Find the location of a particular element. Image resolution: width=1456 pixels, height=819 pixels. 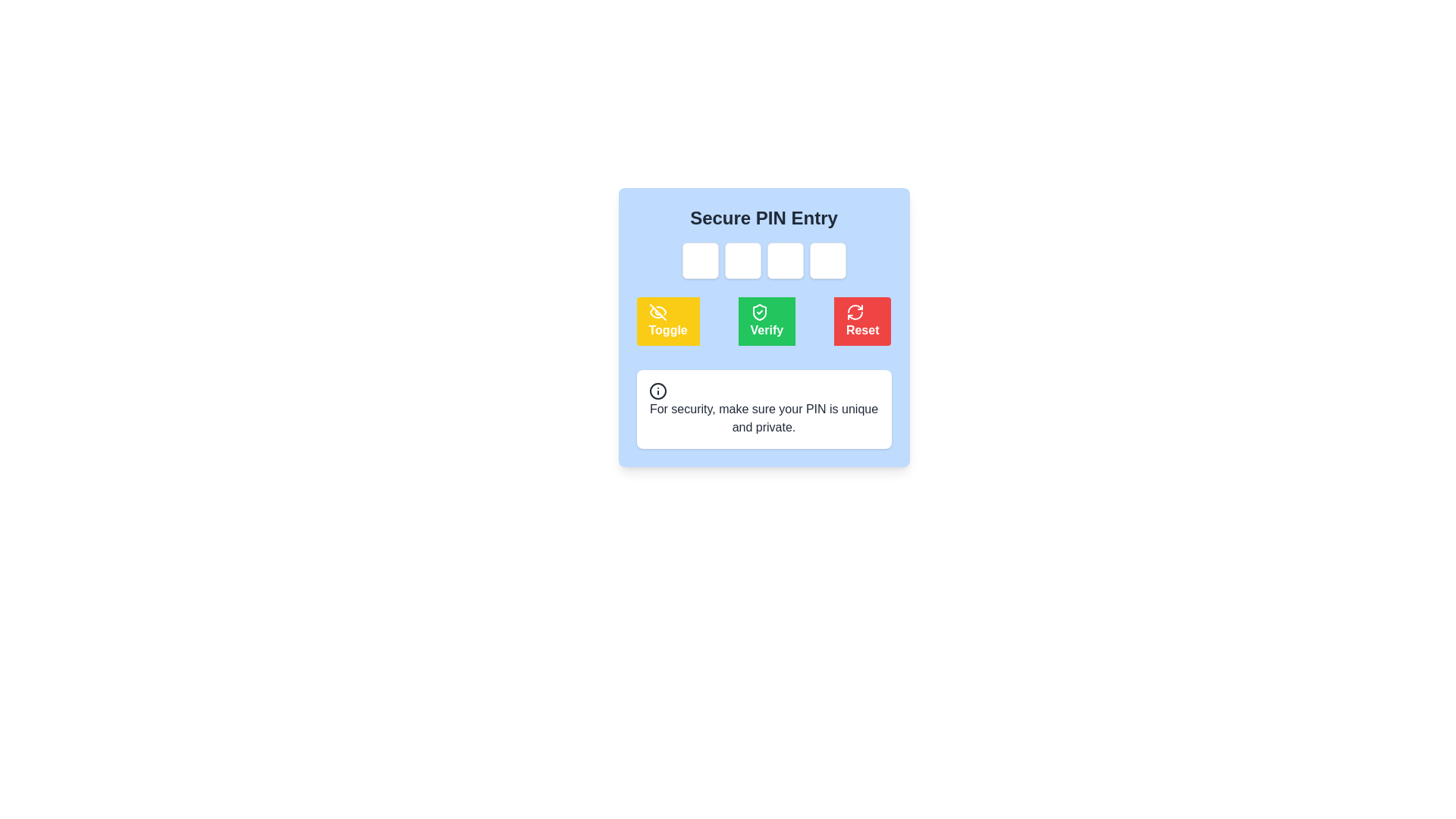

the Informational icon (SVG) which is a circular icon with an outlined circle and a centered dot, located to the left of the message 'For security, make sure your PIN is unique and private.' is located at coordinates (657, 391).